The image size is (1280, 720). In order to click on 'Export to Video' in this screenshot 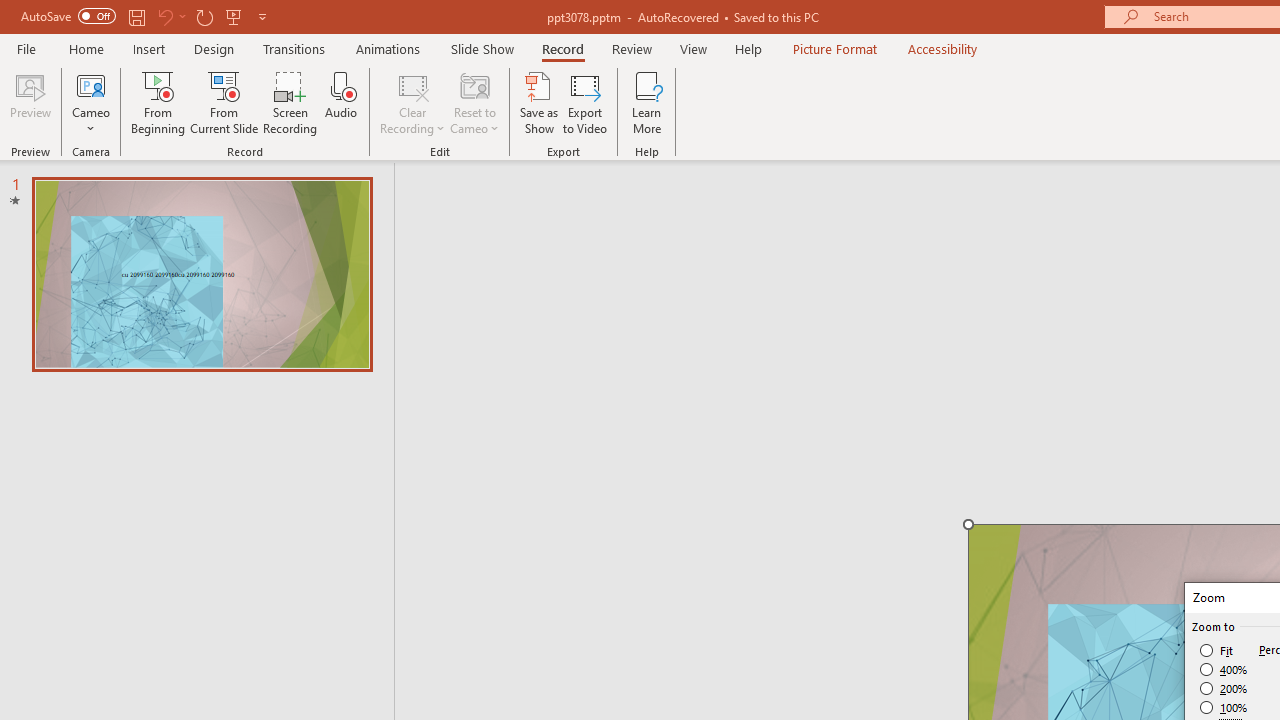, I will do `click(584, 103)`.